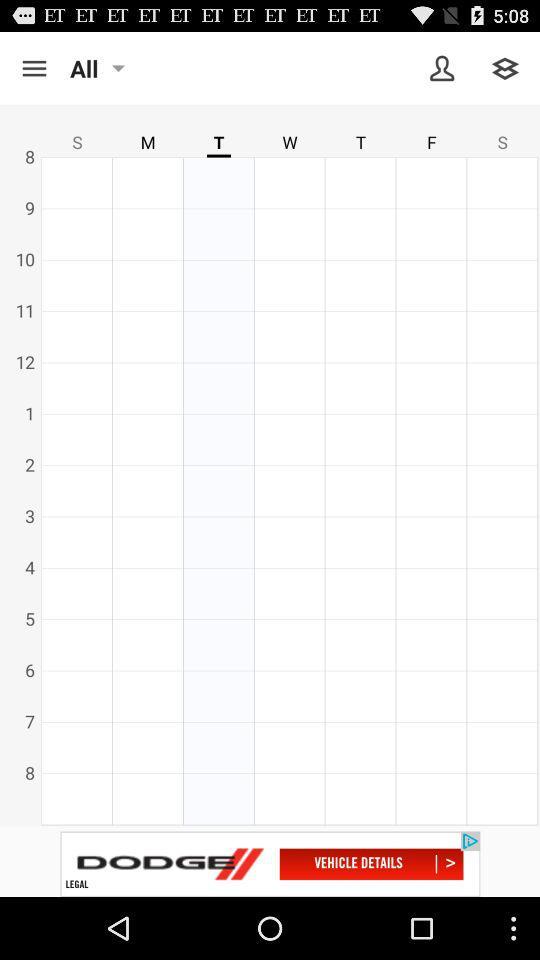 This screenshot has width=540, height=960. What do you see at coordinates (442, 68) in the screenshot?
I see `contact` at bounding box center [442, 68].